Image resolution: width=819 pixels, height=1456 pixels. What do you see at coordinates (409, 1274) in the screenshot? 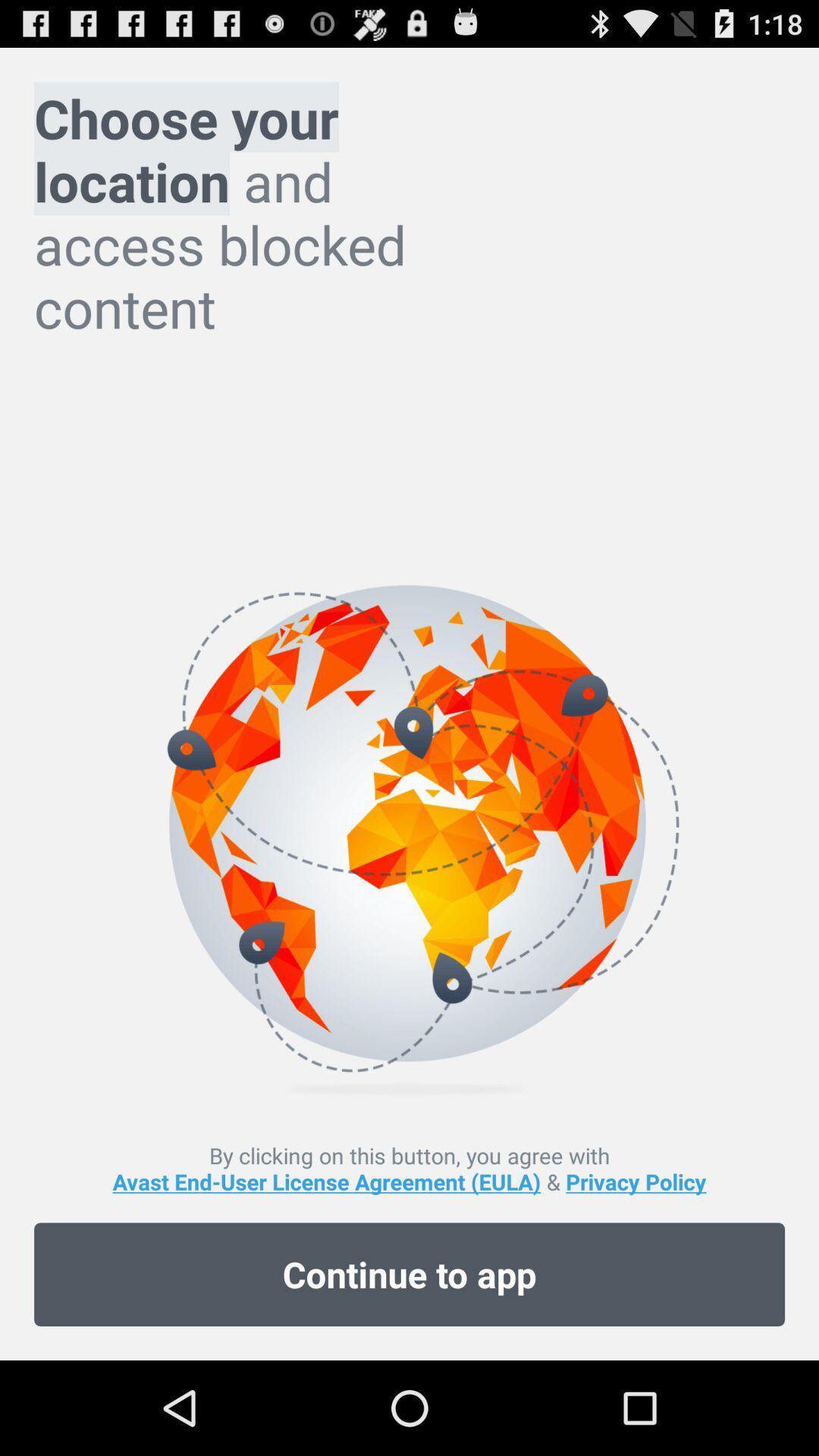
I see `continue to app button` at bounding box center [409, 1274].